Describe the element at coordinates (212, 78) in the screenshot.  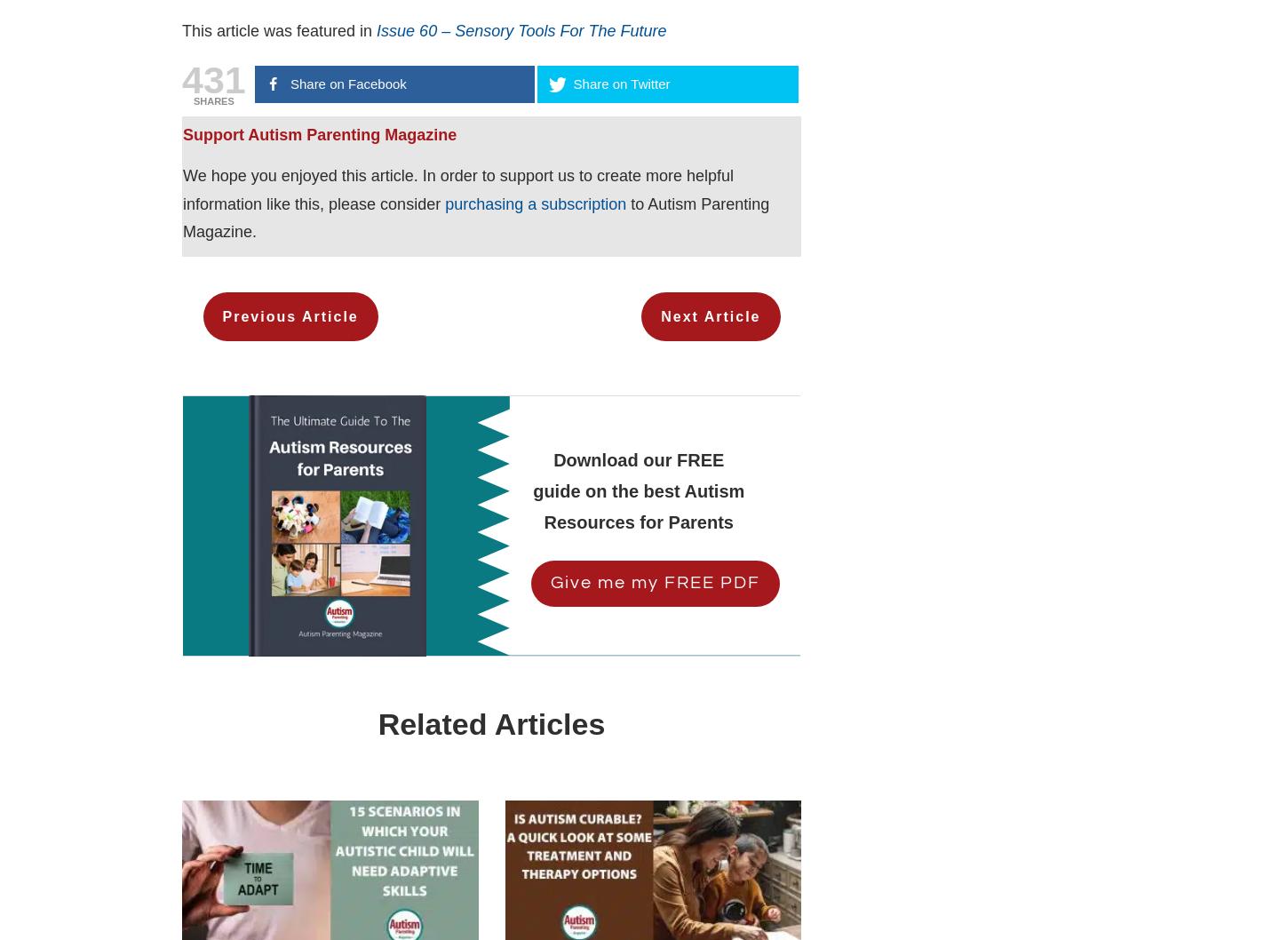
I see `'431'` at that location.